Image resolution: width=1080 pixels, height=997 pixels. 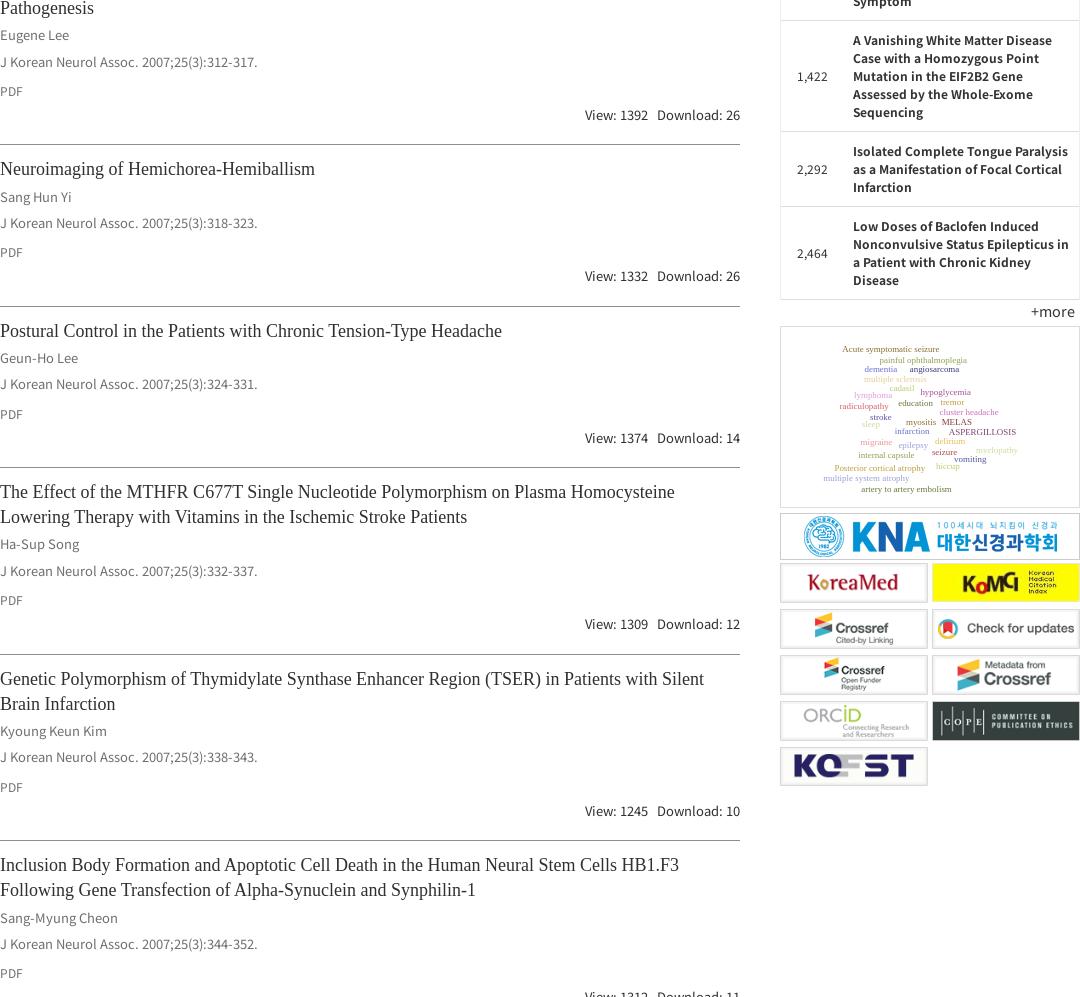 I want to click on 'tremor', so click(x=870, y=426).